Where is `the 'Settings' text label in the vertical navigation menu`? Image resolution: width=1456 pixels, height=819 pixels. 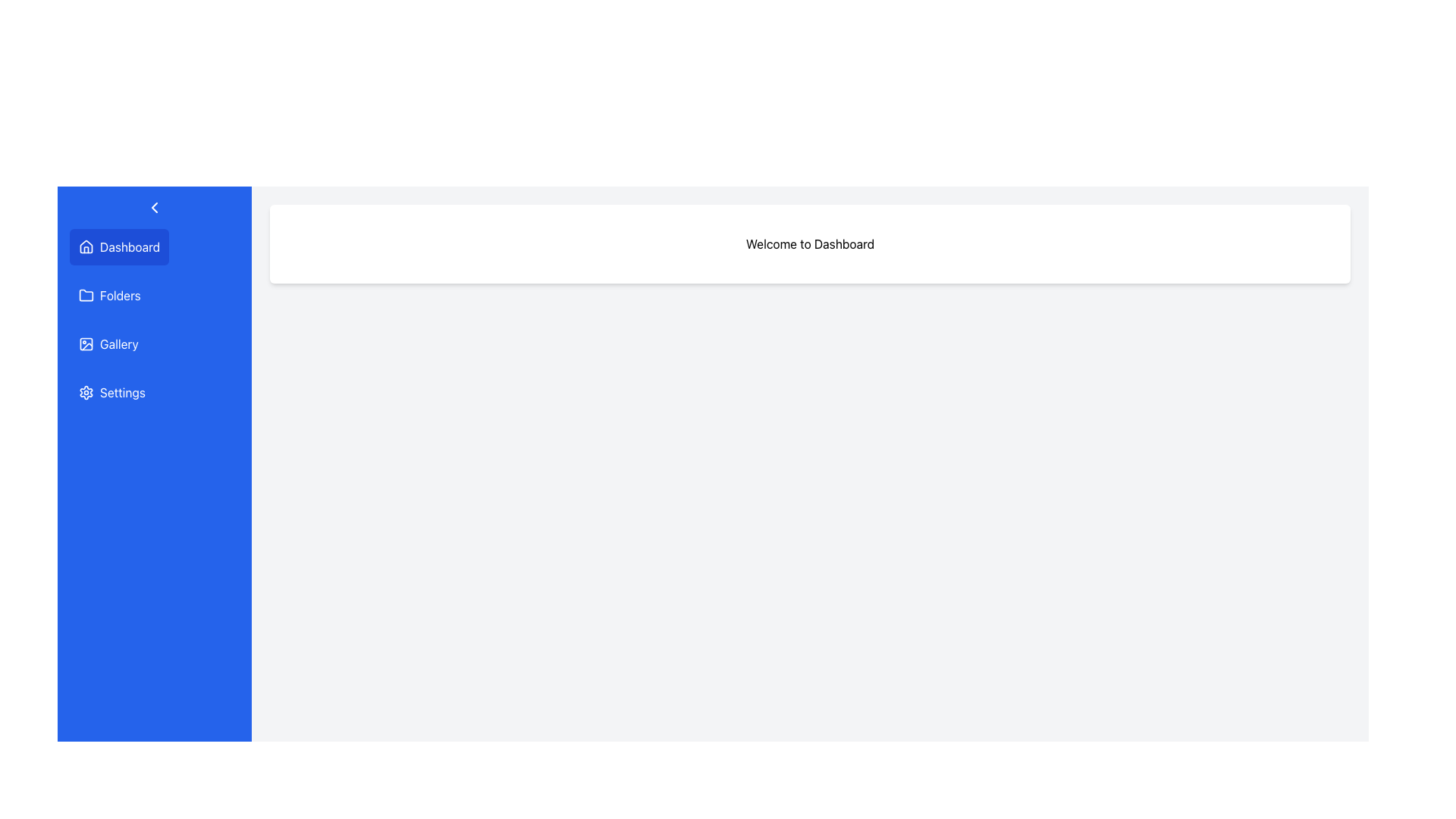
the 'Settings' text label in the vertical navigation menu is located at coordinates (122, 391).